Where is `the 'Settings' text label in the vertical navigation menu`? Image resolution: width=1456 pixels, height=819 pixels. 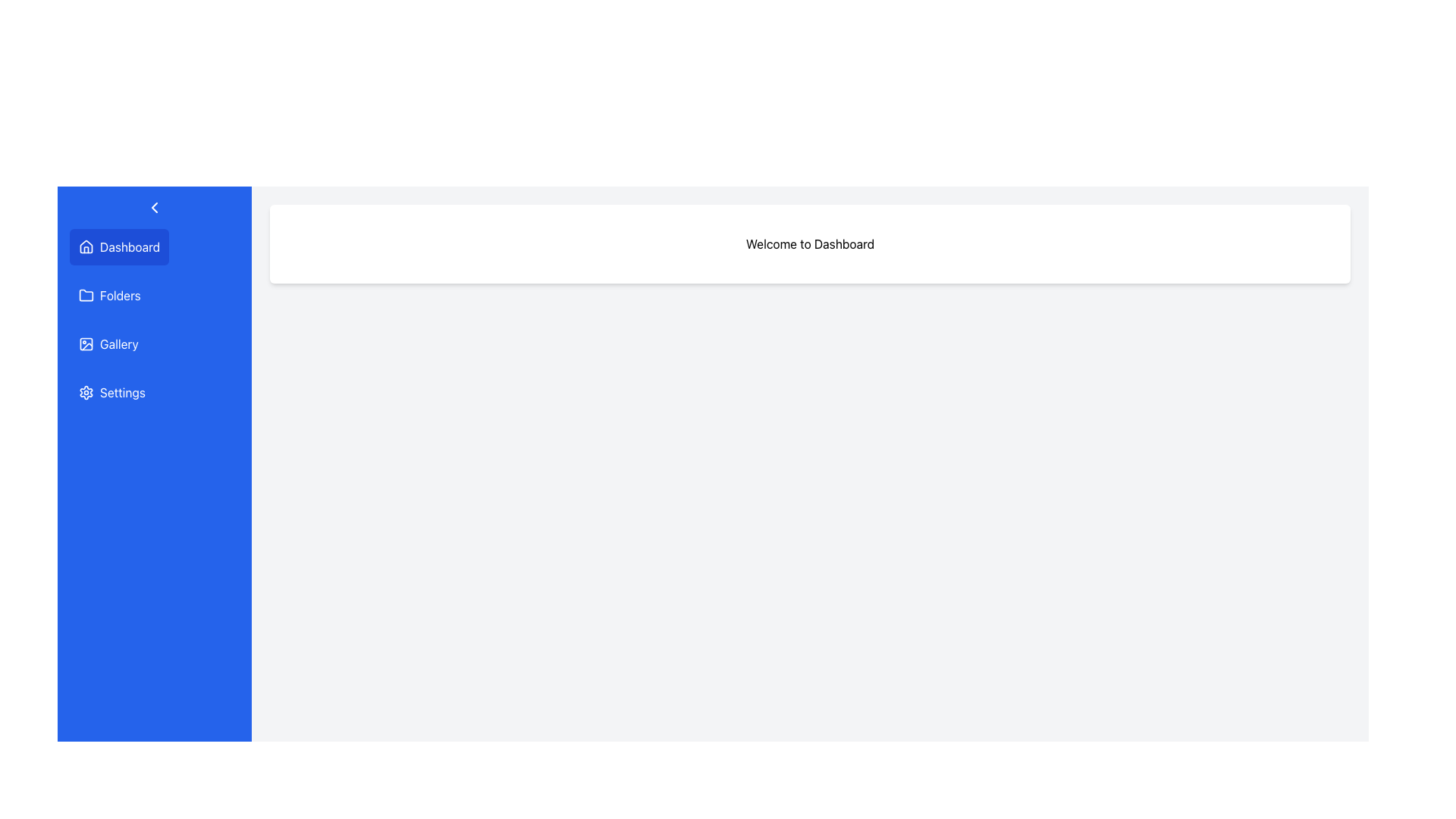
the 'Settings' text label in the vertical navigation menu is located at coordinates (122, 391).